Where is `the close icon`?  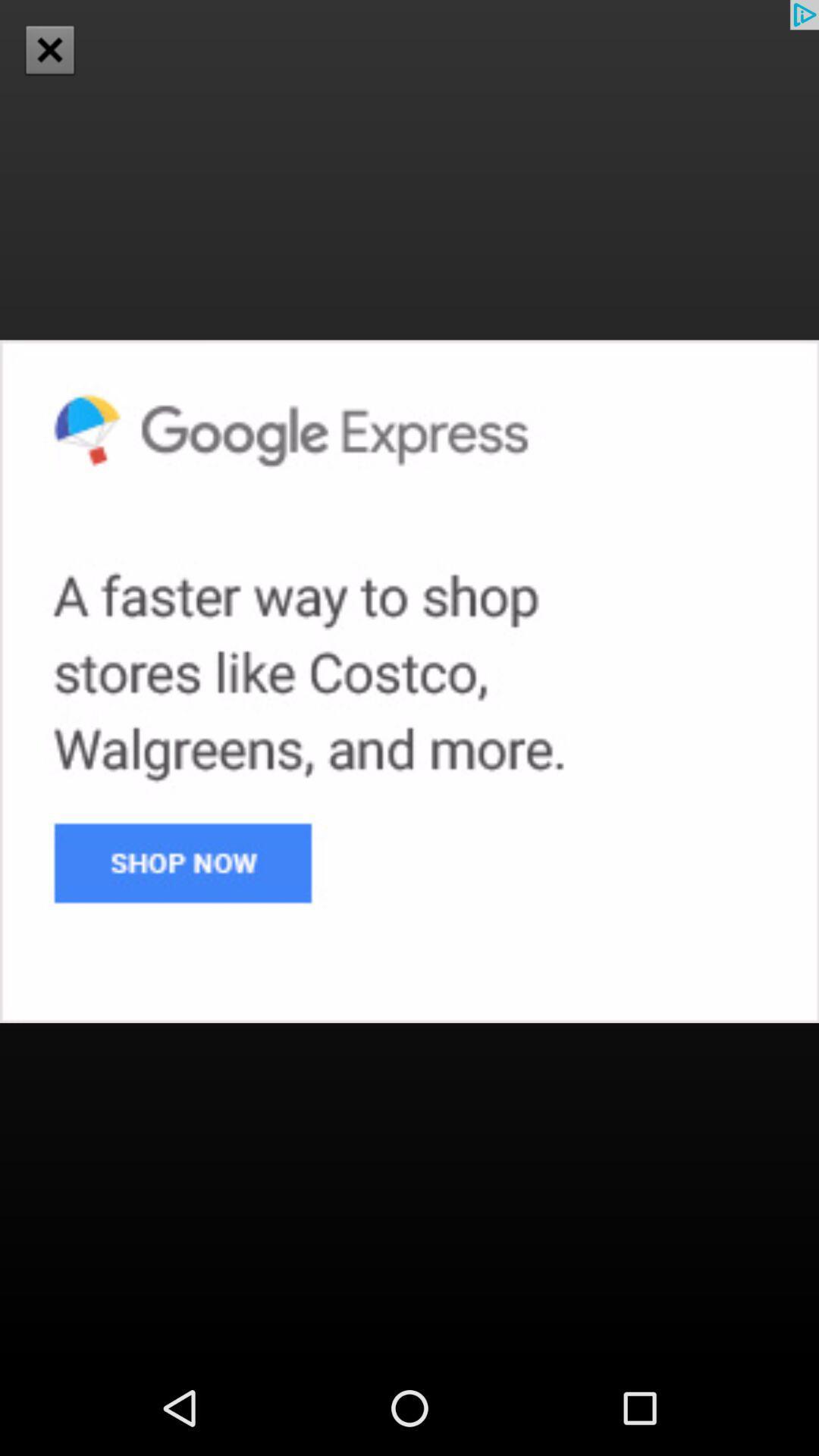 the close icon is located at coordinates (49, 53).